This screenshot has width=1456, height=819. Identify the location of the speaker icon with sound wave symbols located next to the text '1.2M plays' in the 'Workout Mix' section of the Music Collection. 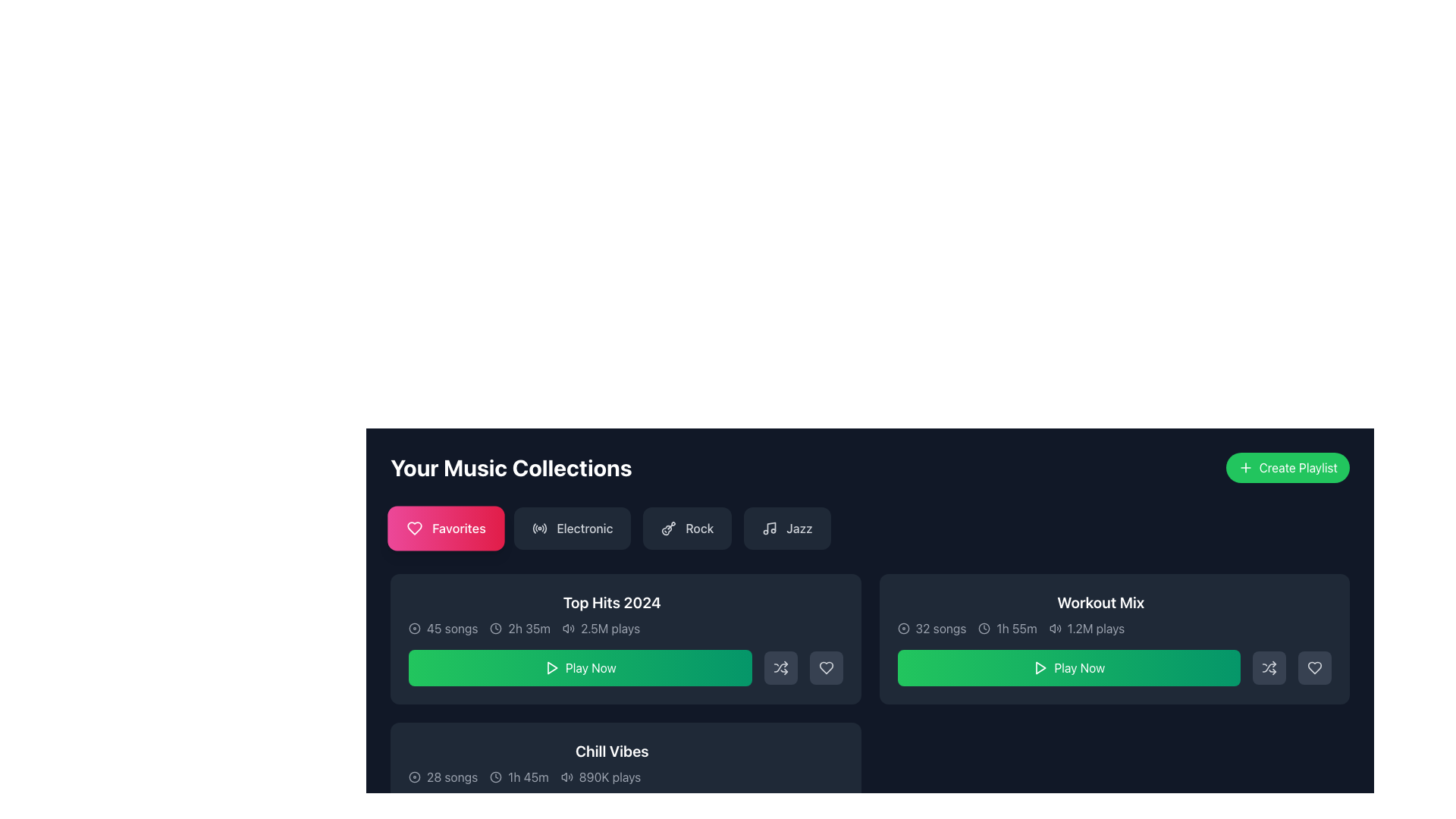
(1054, 629).